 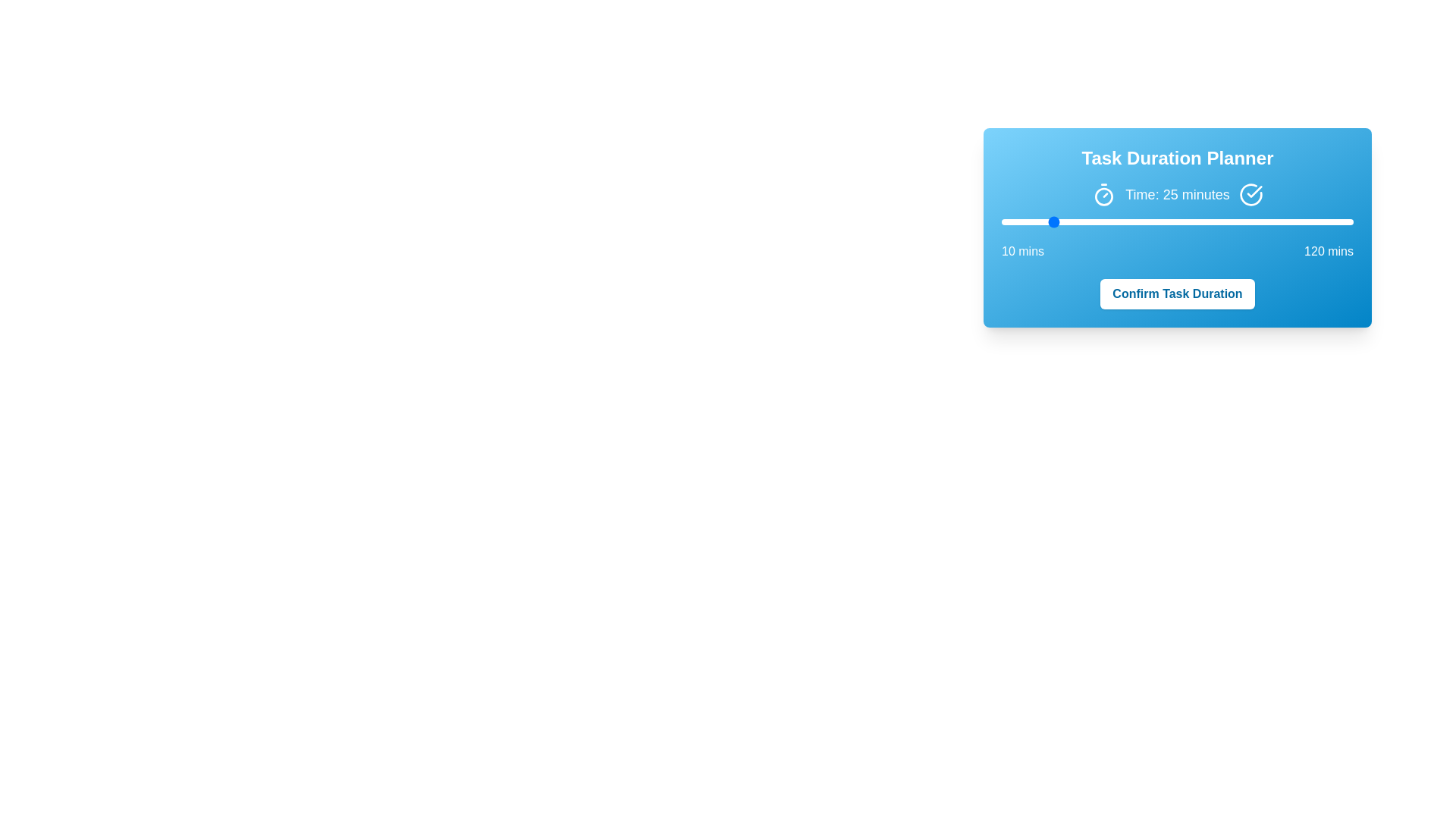 I want to click on the 'Confirm Task Duration' button to finalize the selection, so click(x=1177, y=294).